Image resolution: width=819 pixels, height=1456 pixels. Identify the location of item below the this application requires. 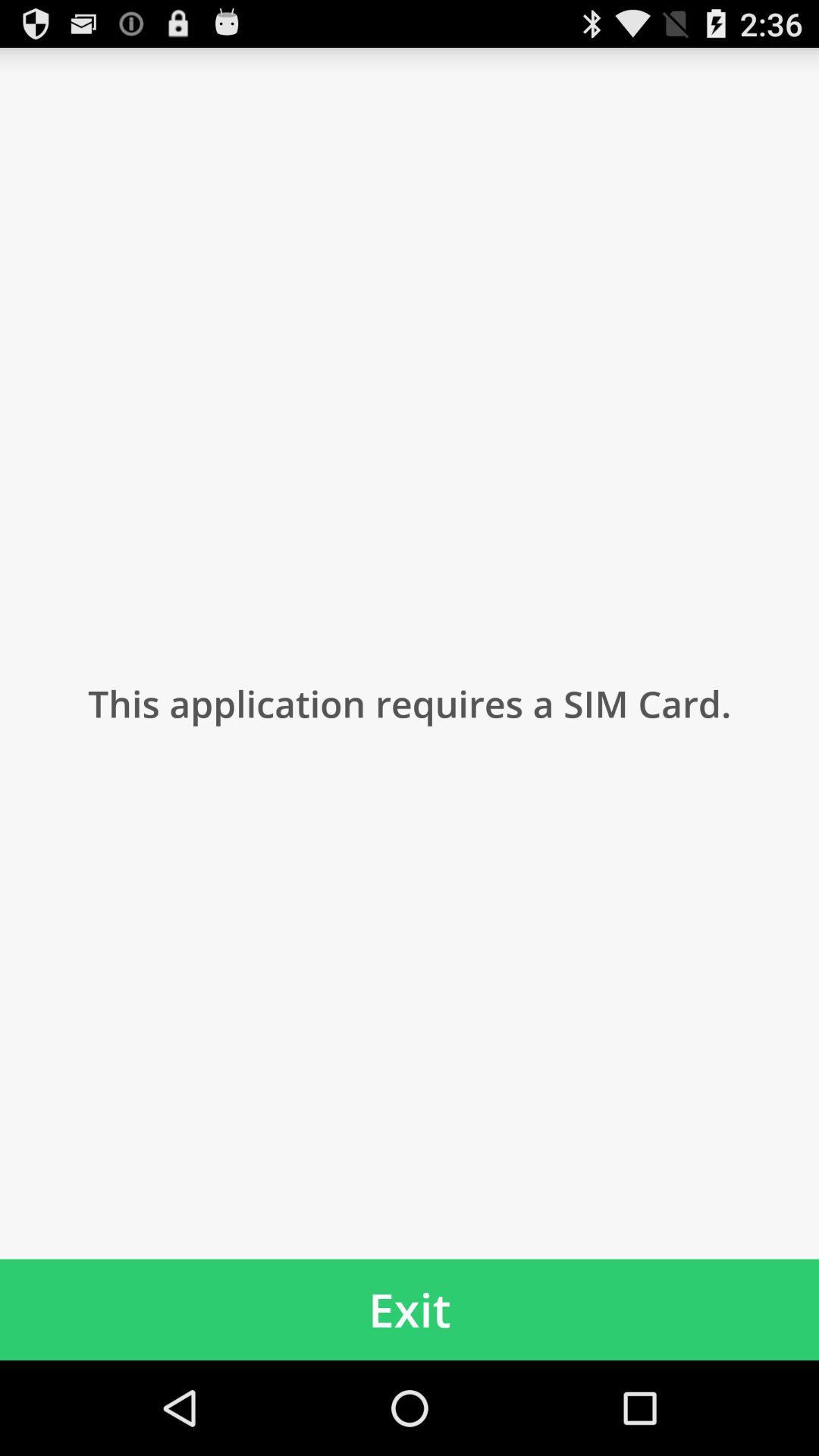
(409, 1309).